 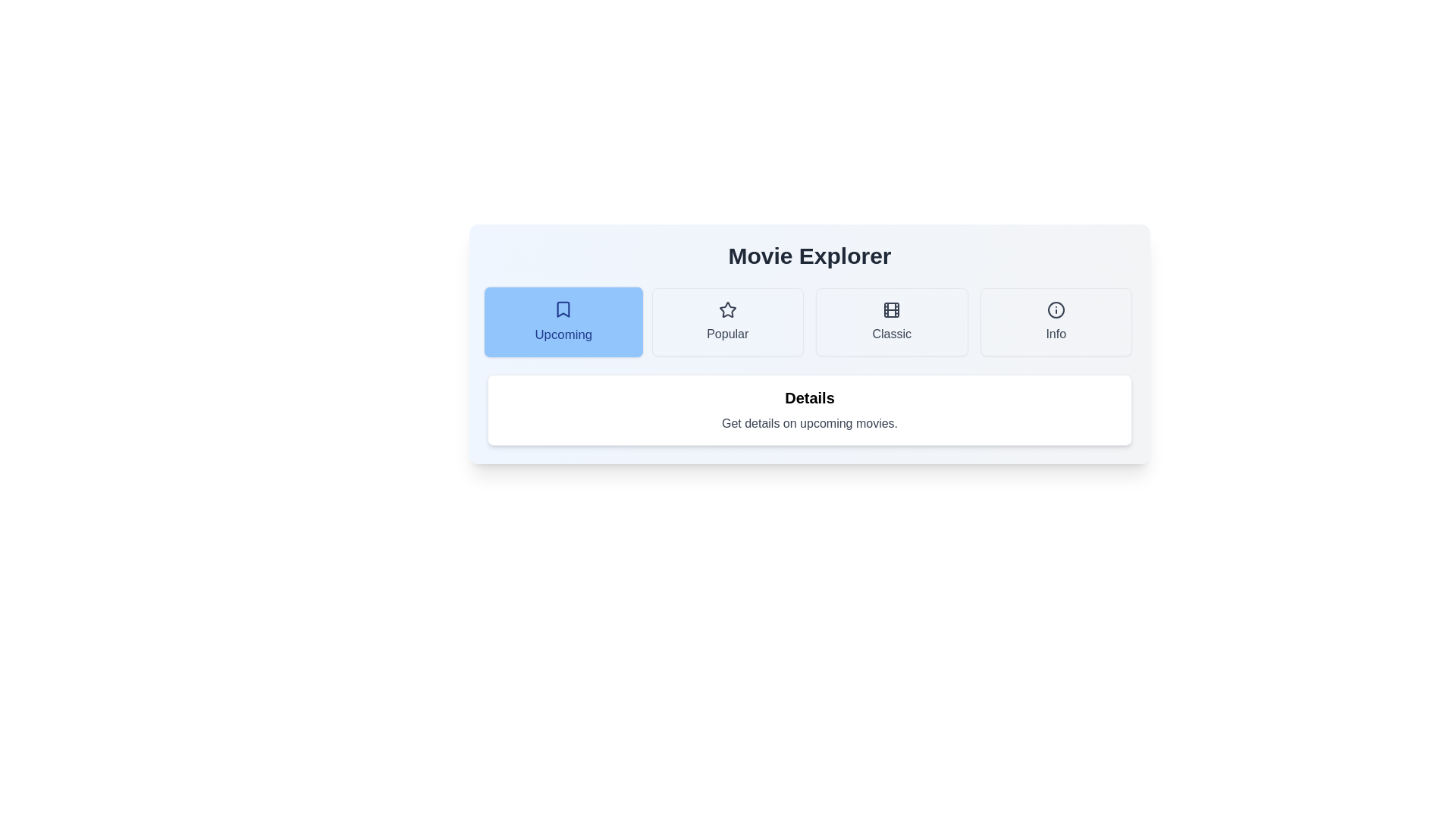 What do you see at coordinates (1055, 321) in the screenshot?
I see `the fourth card button in the Movie Explorer section for accessibility navigation` at bounding box center [1055, 321].